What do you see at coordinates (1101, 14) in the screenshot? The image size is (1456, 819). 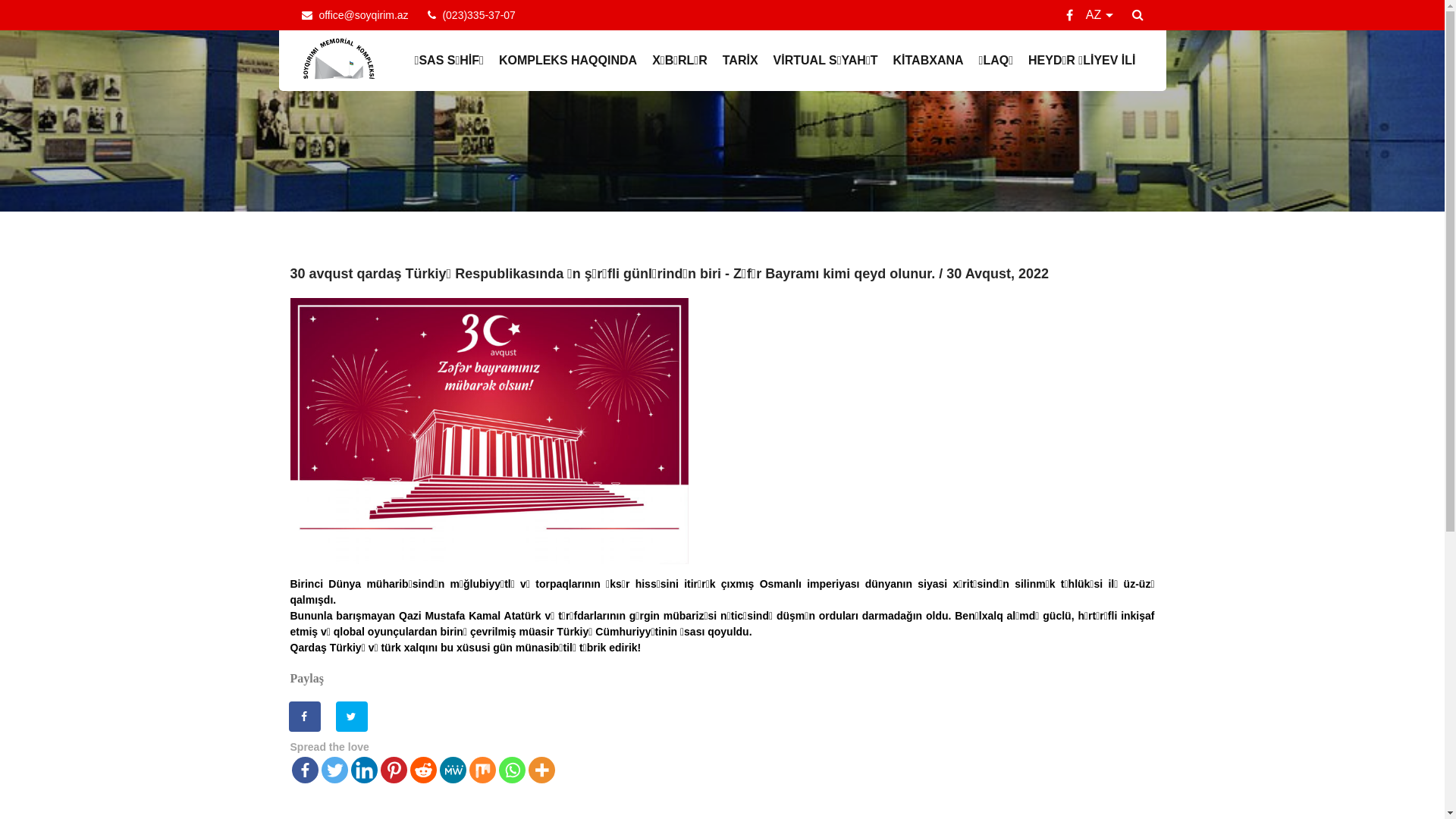 I see `'AZ'` at bounding box center [1101, 14].